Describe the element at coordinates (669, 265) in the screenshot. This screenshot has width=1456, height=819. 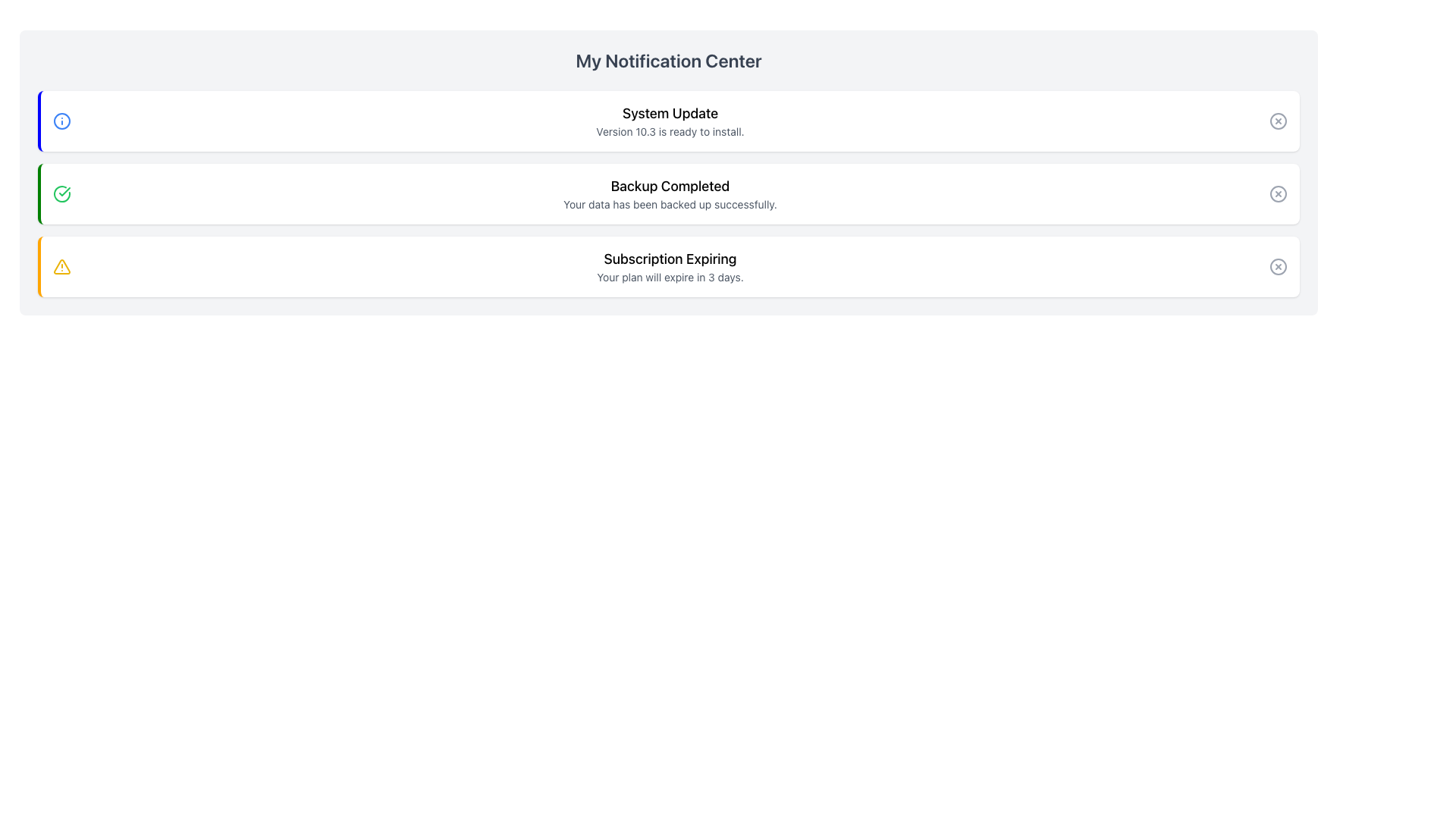
I see `informational text within the Notification text block that contains the bold header 'Subscription Expiring' and the message 'Your plan will expire in 3 days.'` at that location.